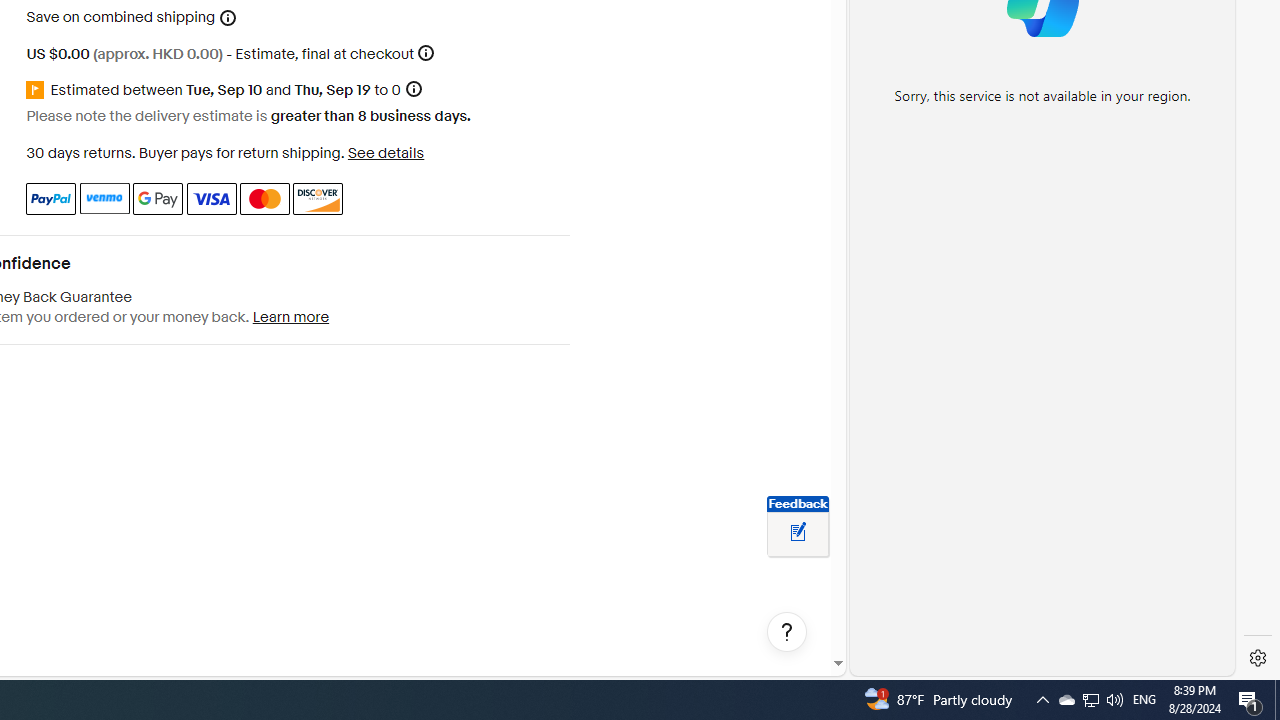 The image size is (1280, 720). I want to click on 'More information', so click(425, 51).